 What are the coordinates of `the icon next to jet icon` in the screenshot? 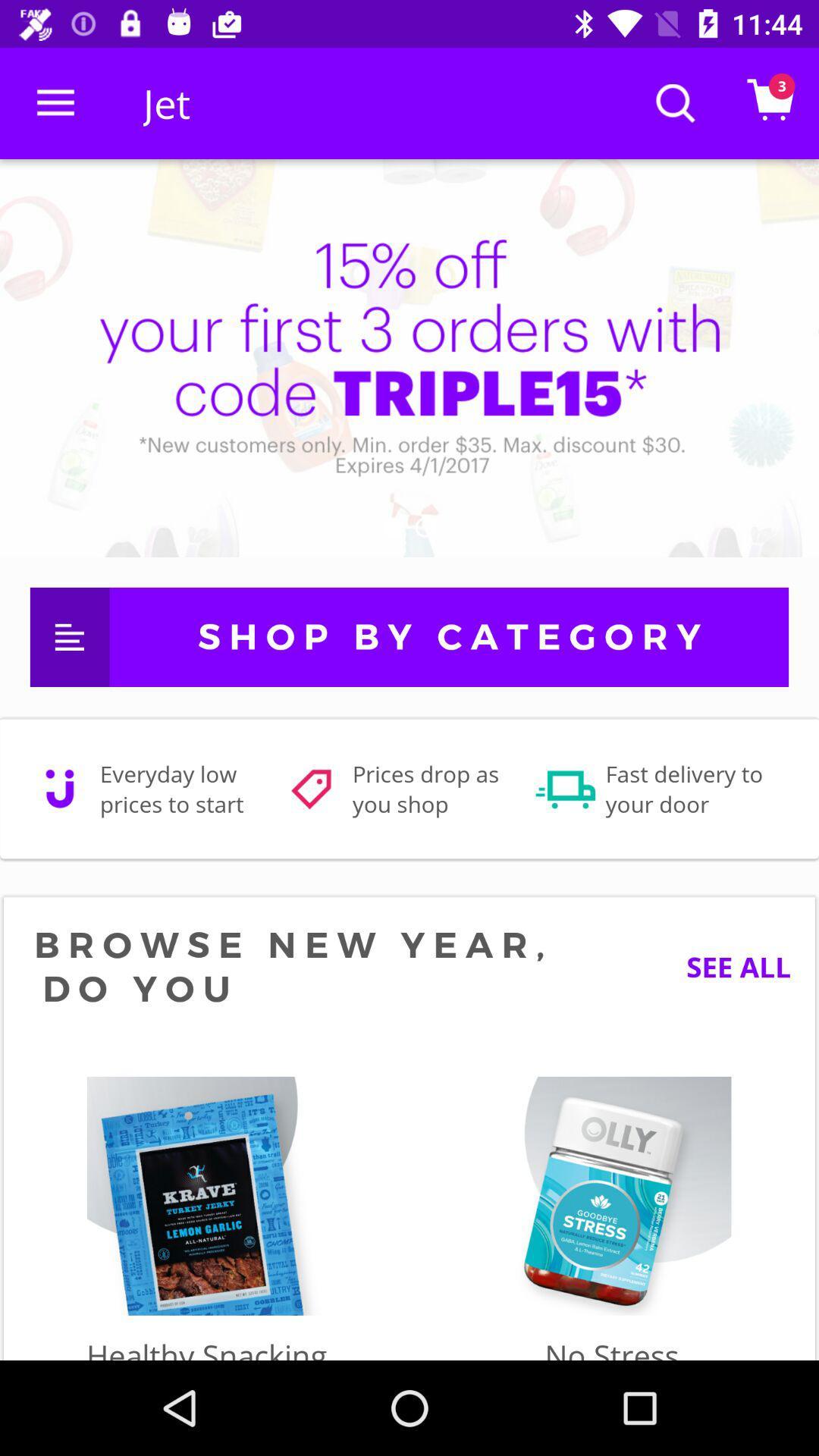 It's located at (55, 102).